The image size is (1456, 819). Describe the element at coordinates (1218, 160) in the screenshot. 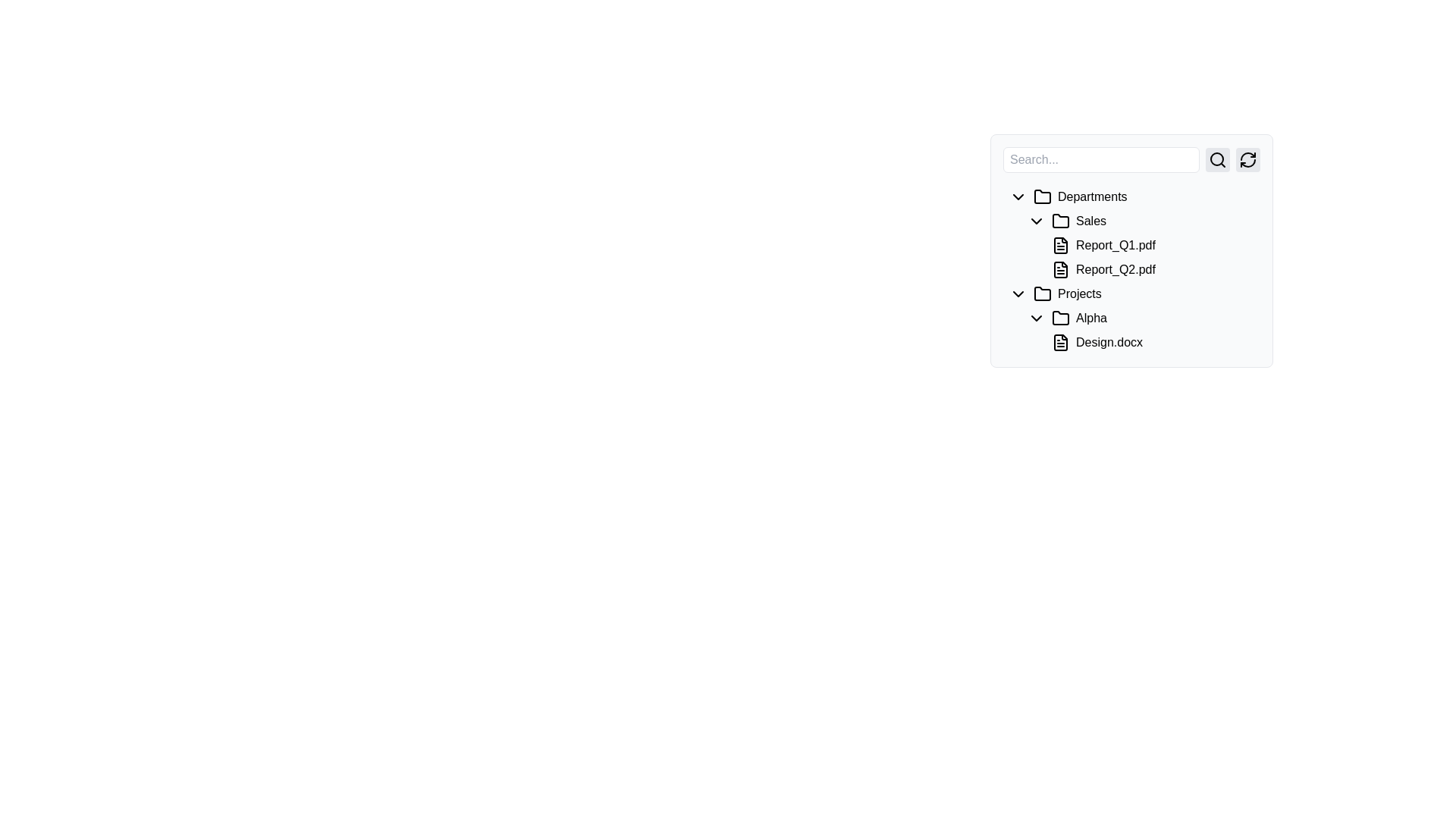

I see `the search button with a magnifying glass icon located immediately to the right of the search input field` at that location.